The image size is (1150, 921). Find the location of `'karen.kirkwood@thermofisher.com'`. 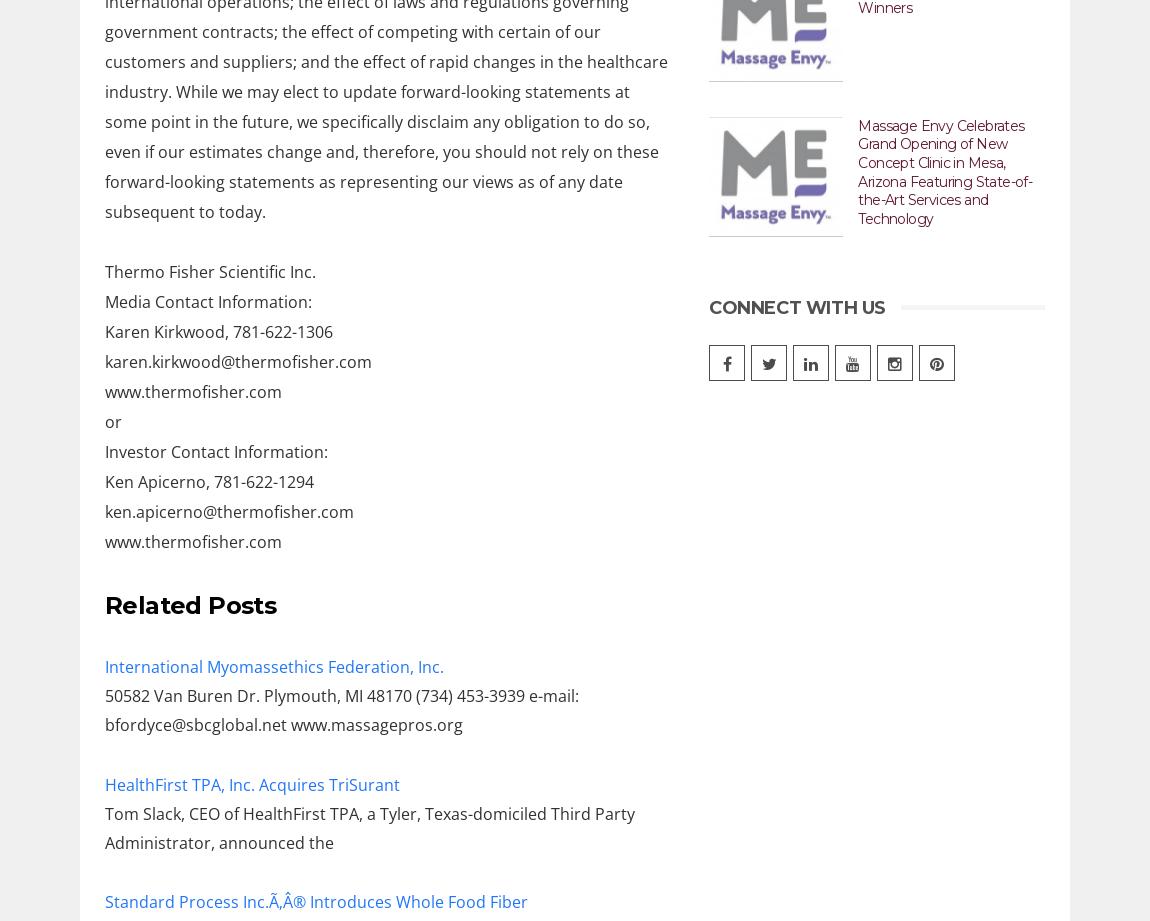

'karen.kirkwood@thermofisher.com' is located at coordinates (237, 361).